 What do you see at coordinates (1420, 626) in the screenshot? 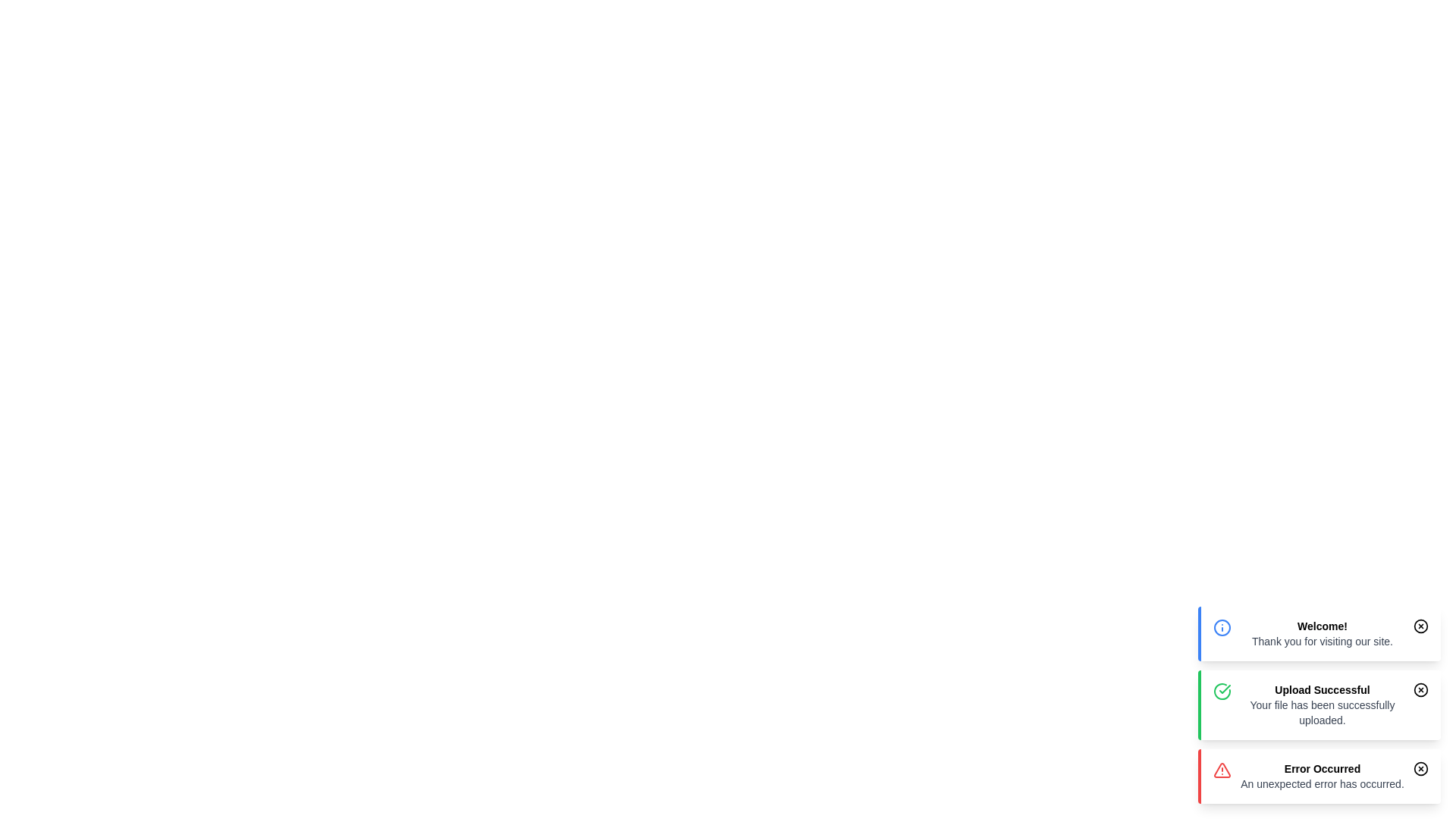
I see `the small circular icon with a cross (X) symbol located at the far-right in the notification box displaying 'Welcome! Thank you for visiting our site.'` at bounding box center [1420, 626].